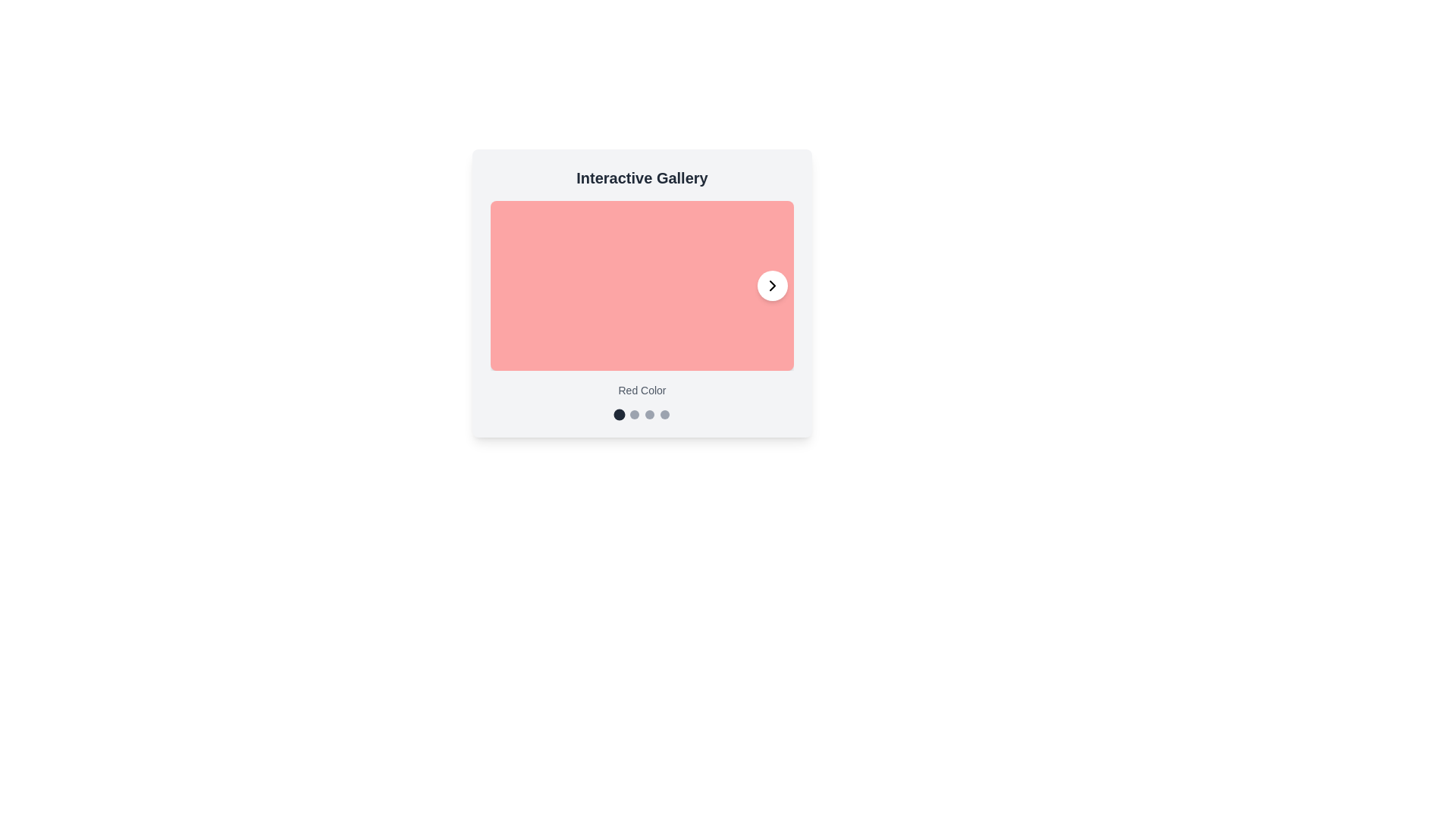 Image resolution: width=1456 pixels, height=819 pixels. What do you see at coordinates (619, 415) in the screenshot?
I see `the small dark circle button` at bounding box center [619, 415].